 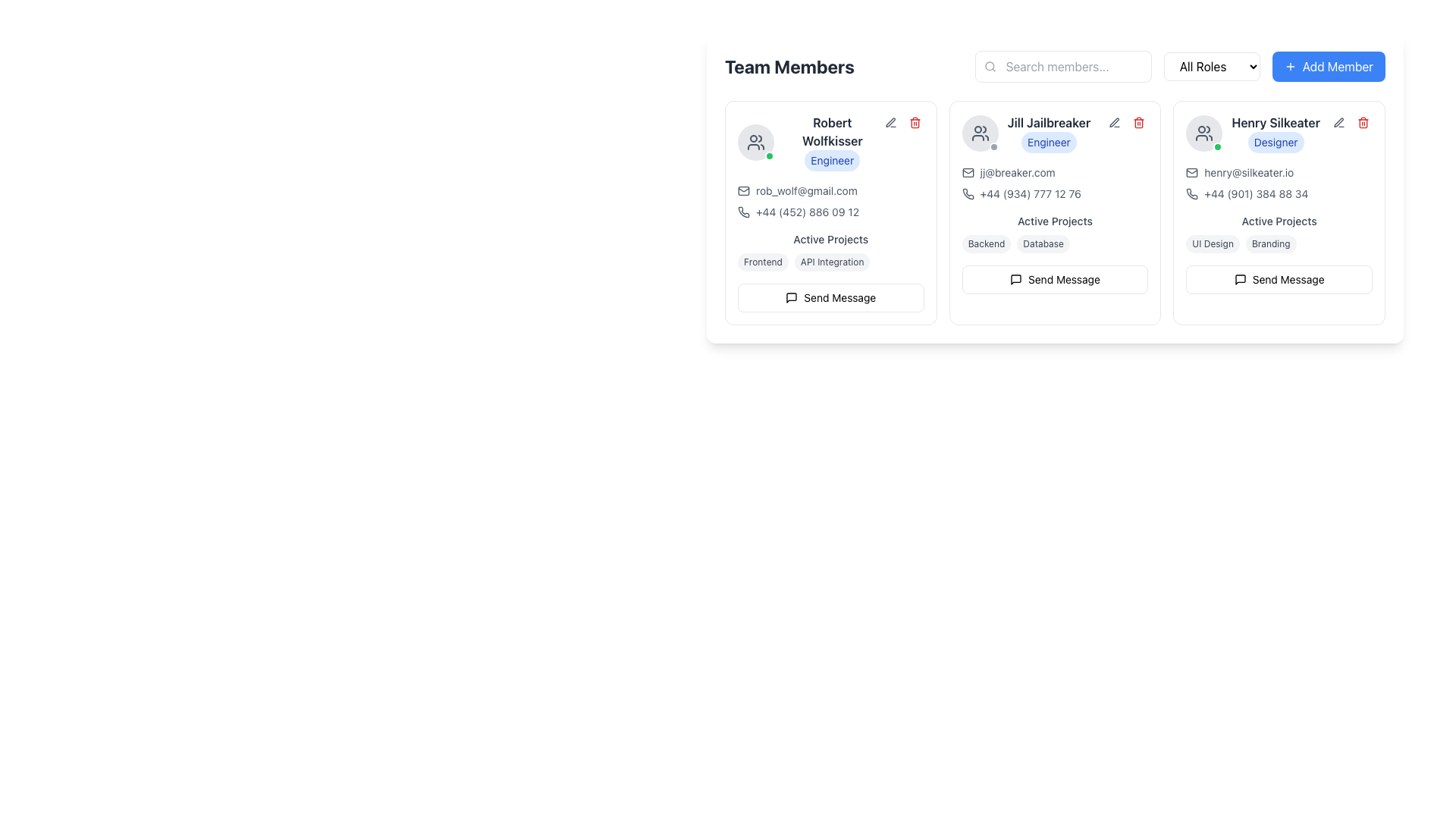 What do you see at coordinates (830, 262) in the screenshot?
I see `the label or tag element containing the texts 'Frontend' and 'API Integration', located in the 'Active Projects' section below 'Robert Wolfkisser' and above the 'Send Message' button` at bounding box center [830, 262].